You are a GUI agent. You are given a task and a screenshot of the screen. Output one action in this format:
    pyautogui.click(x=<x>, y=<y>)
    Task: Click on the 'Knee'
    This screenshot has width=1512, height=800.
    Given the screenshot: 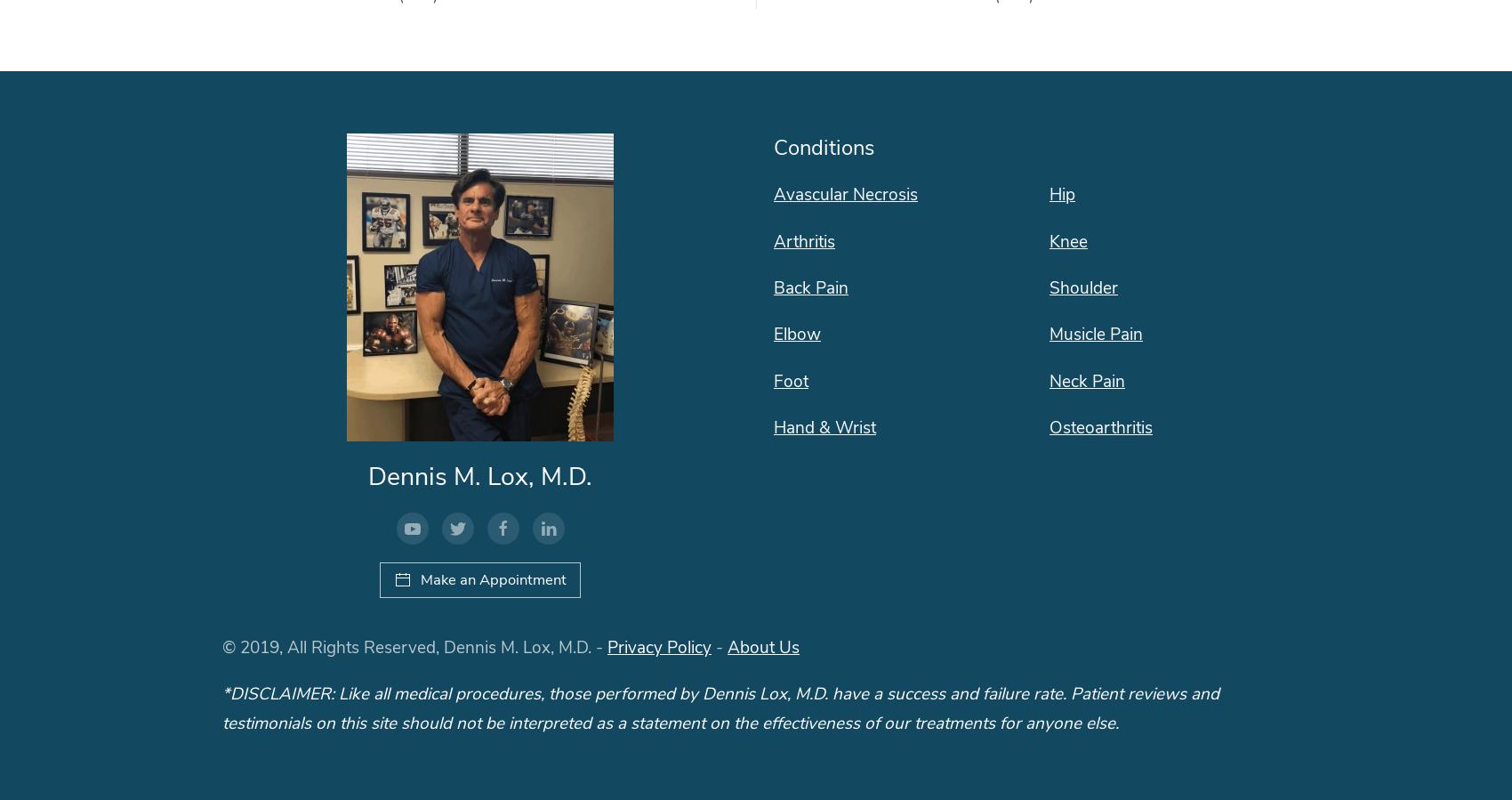 What is the action you would take?
    pyautogui.click(x=1067, y=240)
    